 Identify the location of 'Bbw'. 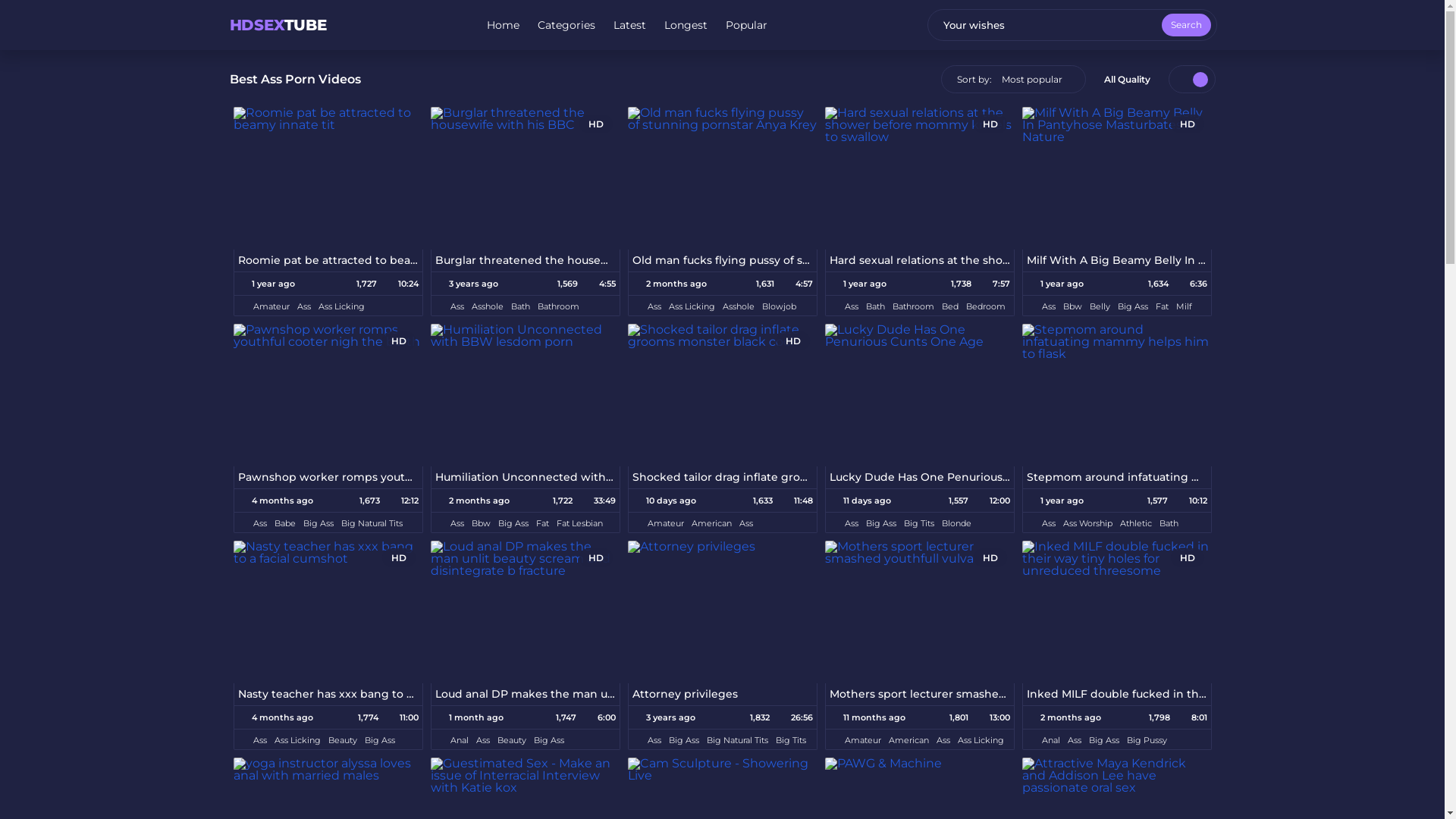
(1072, 306).